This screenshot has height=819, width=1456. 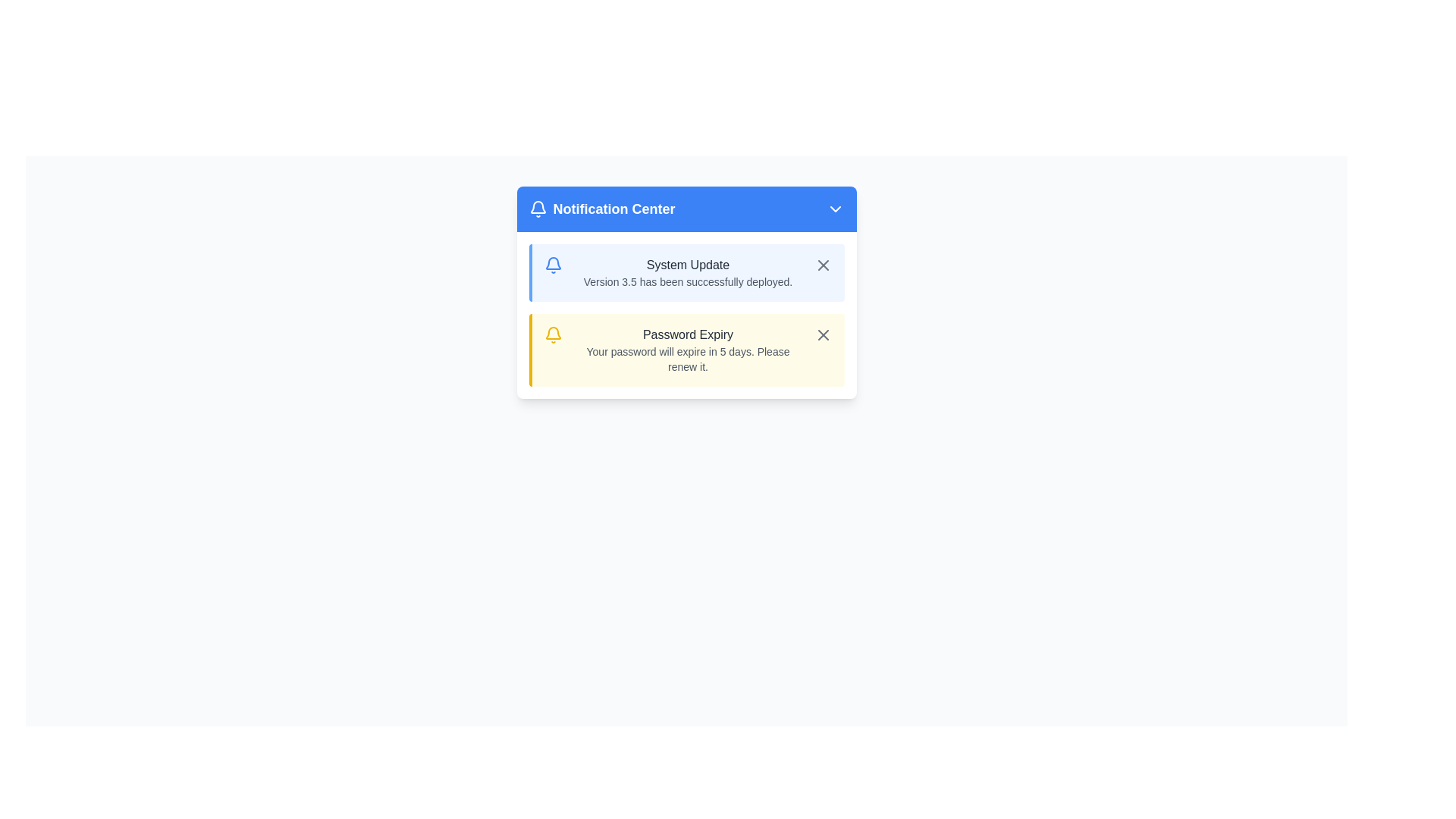 What do you see at coordinates (687, 271) in the screenshot?
I see `the text block displaying 'System Update' with the description 'Version 3.5 has been successfully deployed.' in the notification center` at bounding box center [687, 271].